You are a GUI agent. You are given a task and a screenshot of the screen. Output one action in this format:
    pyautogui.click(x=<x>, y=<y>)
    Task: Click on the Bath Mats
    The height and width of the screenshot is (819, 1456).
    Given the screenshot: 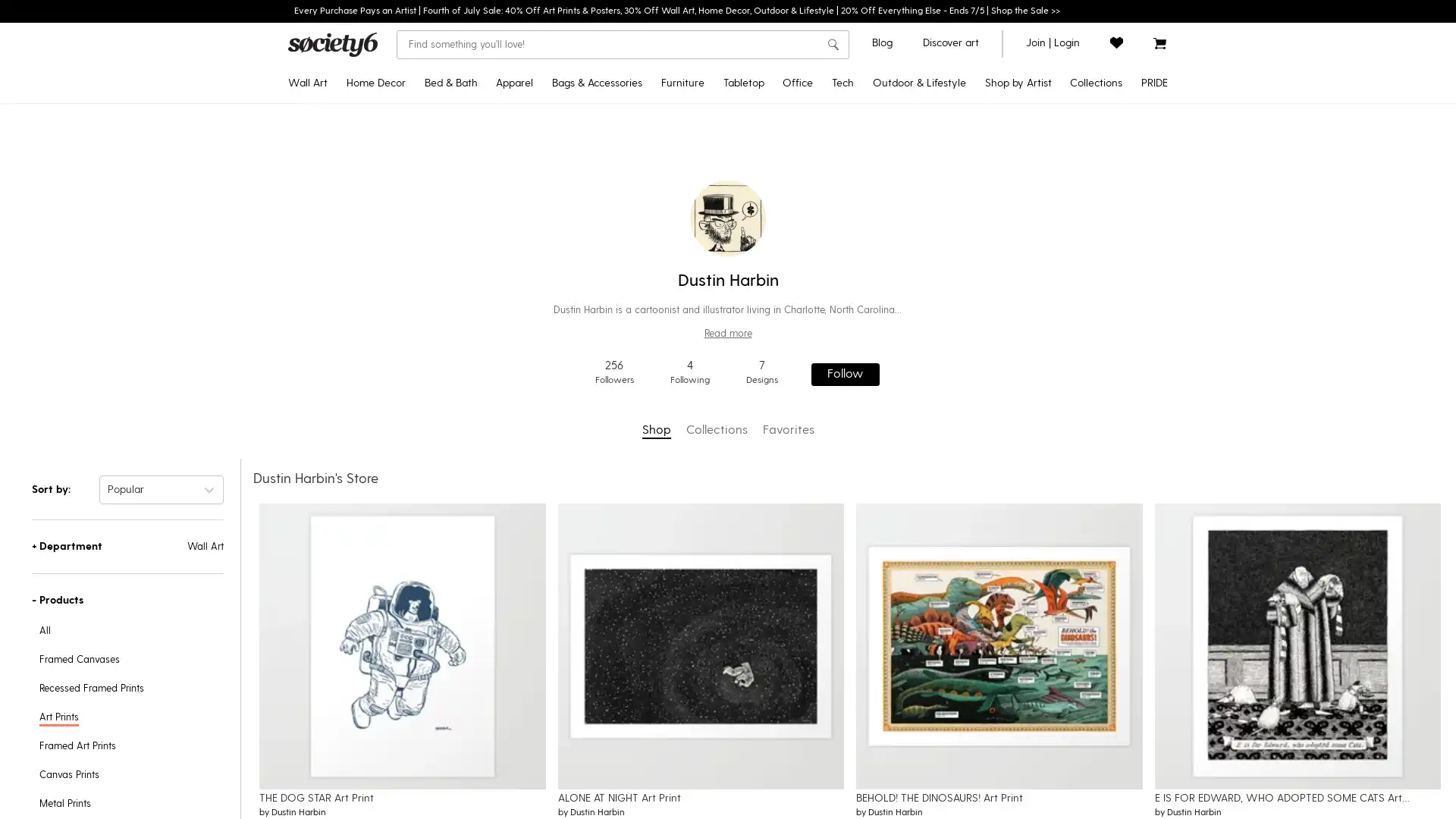 What is the action you would take?
    pyautogui.click(x=483, y=219)
    